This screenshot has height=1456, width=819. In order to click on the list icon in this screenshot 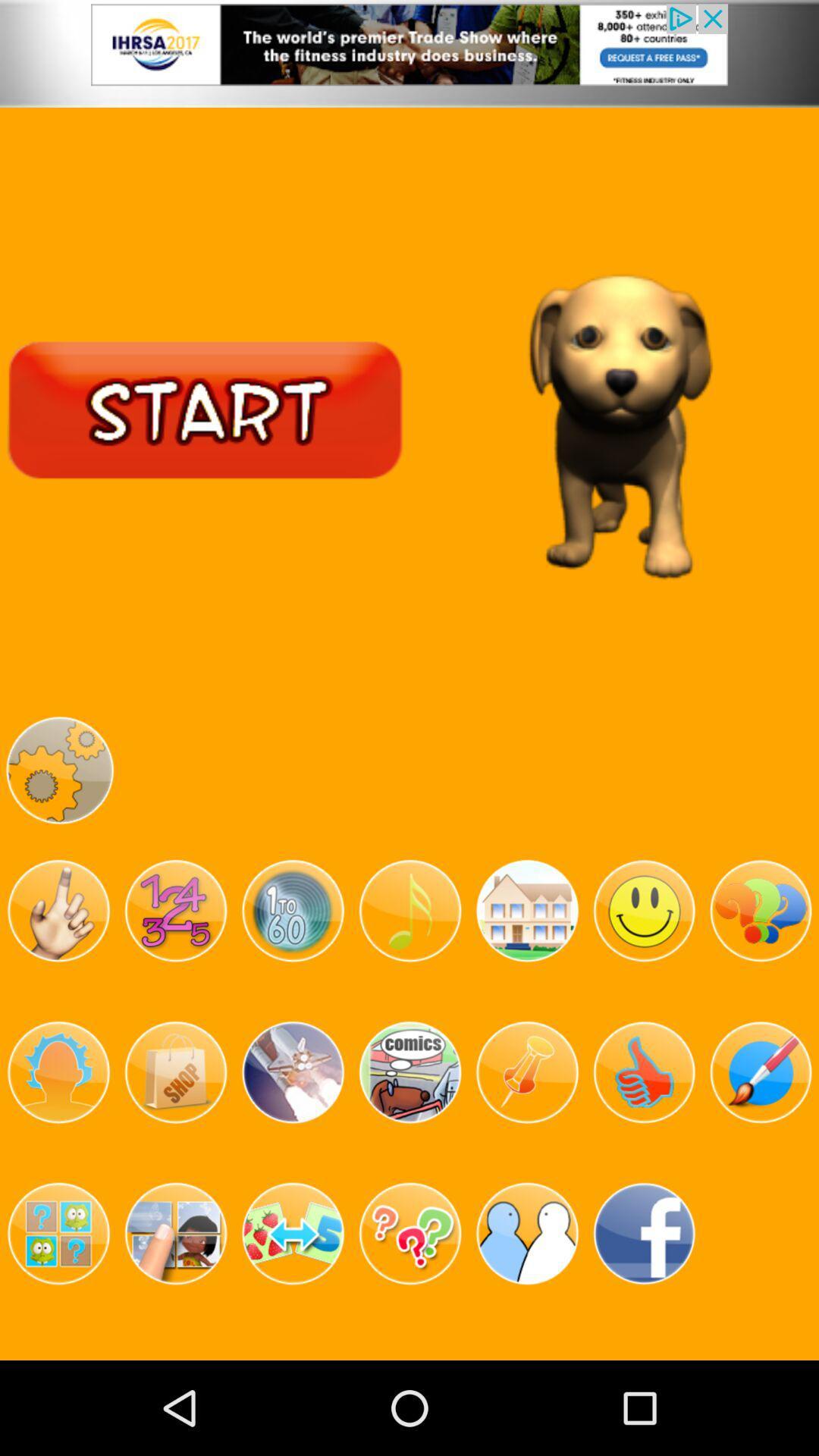, I will do `click(409, 1147)`.